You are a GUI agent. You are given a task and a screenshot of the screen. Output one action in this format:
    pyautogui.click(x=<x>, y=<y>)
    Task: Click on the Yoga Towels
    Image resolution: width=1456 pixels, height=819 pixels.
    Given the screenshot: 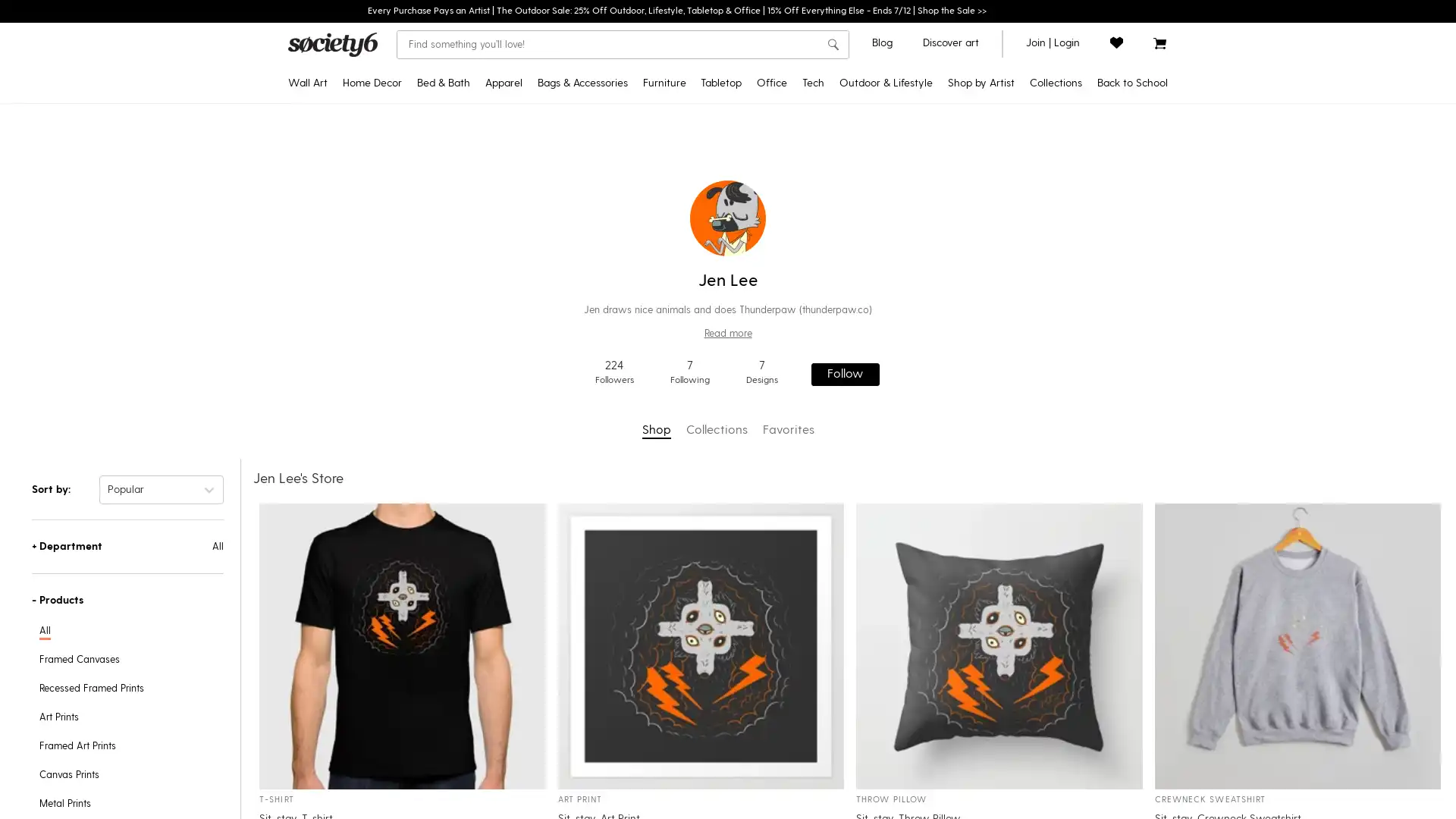 What is the action you would take?
    pyautogui.click(x=907, y=171)
    